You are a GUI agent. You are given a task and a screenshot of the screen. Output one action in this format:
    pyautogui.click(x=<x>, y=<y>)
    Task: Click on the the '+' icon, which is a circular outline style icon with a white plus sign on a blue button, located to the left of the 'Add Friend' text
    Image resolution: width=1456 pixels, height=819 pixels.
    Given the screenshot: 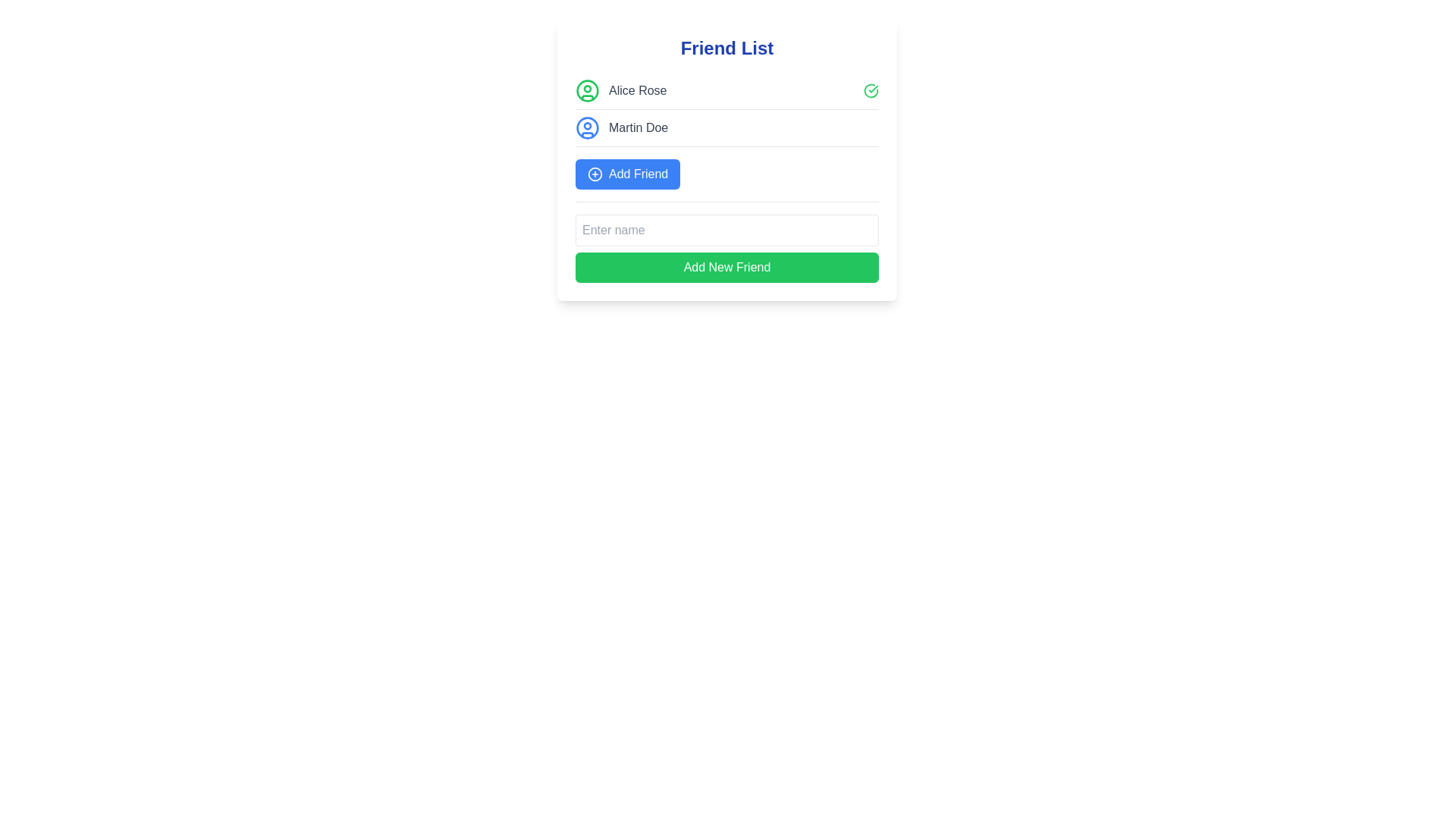 What is the action you would take?
    pyautogui.click(x=595, y=174)
    